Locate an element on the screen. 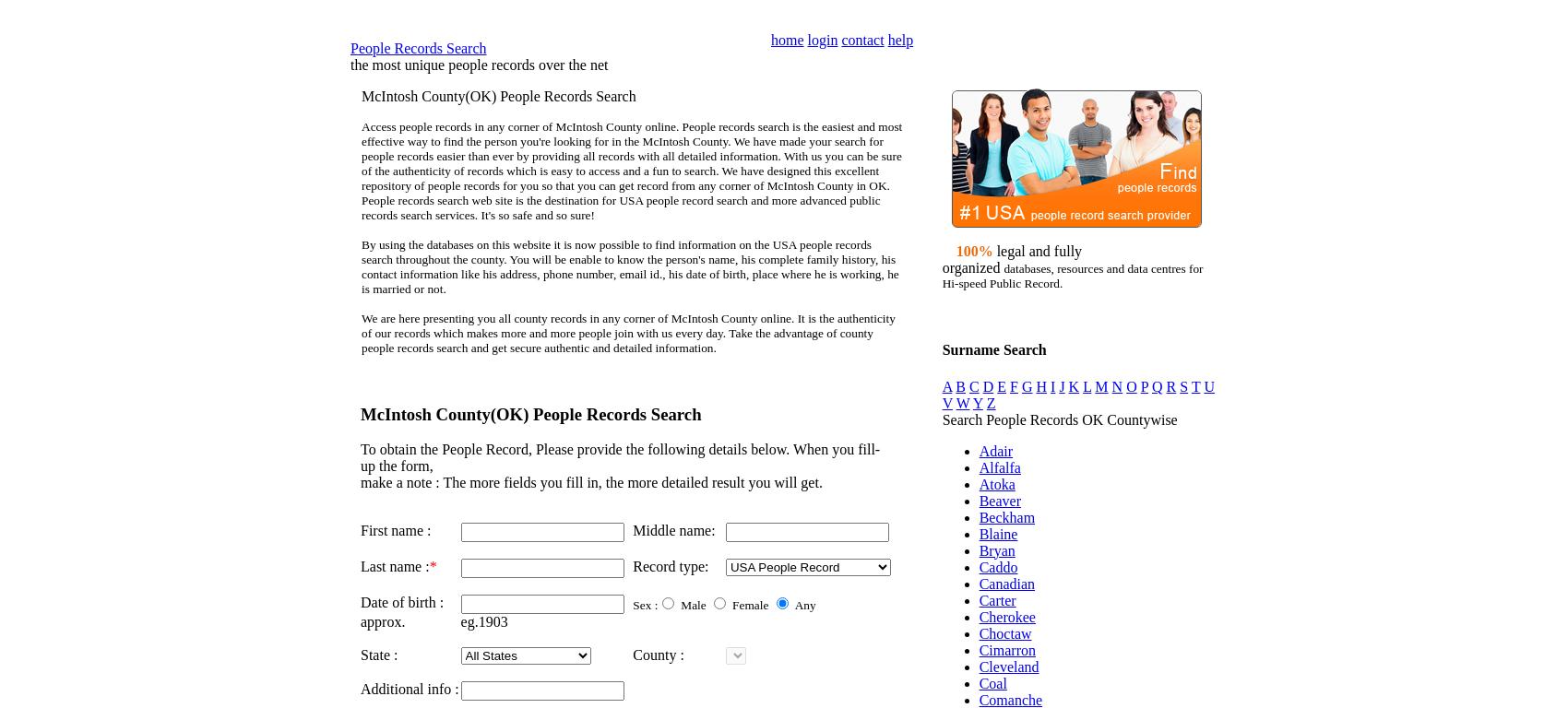  'V' is located at coordinates (945, 402).